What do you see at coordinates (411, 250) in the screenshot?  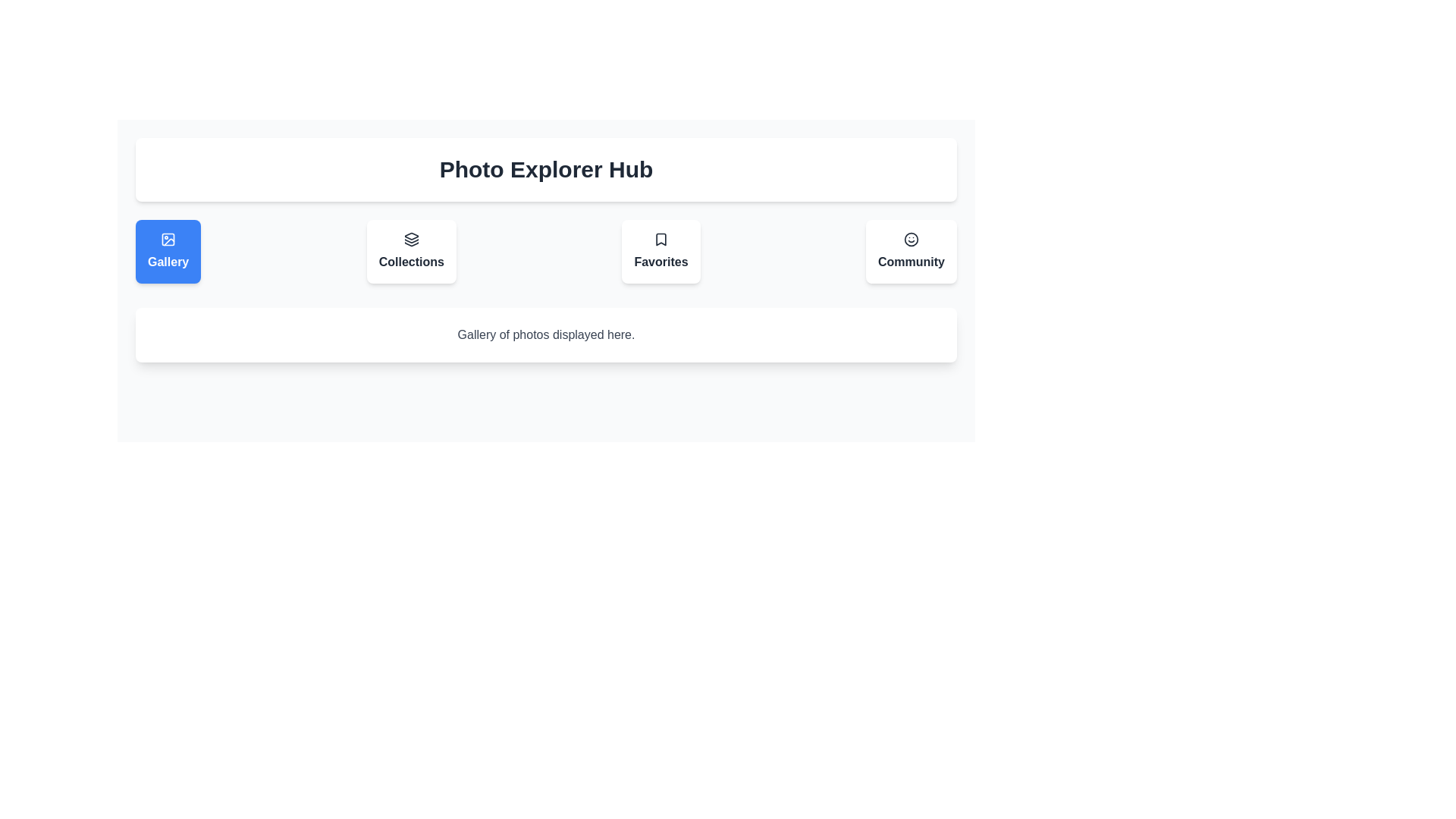 I see `the 'Collections' navigation button located between the 'Gallery' and 'Favorites' buttons in the 'Photo Explorer Hub' interface` at bounding box center [411, 250].